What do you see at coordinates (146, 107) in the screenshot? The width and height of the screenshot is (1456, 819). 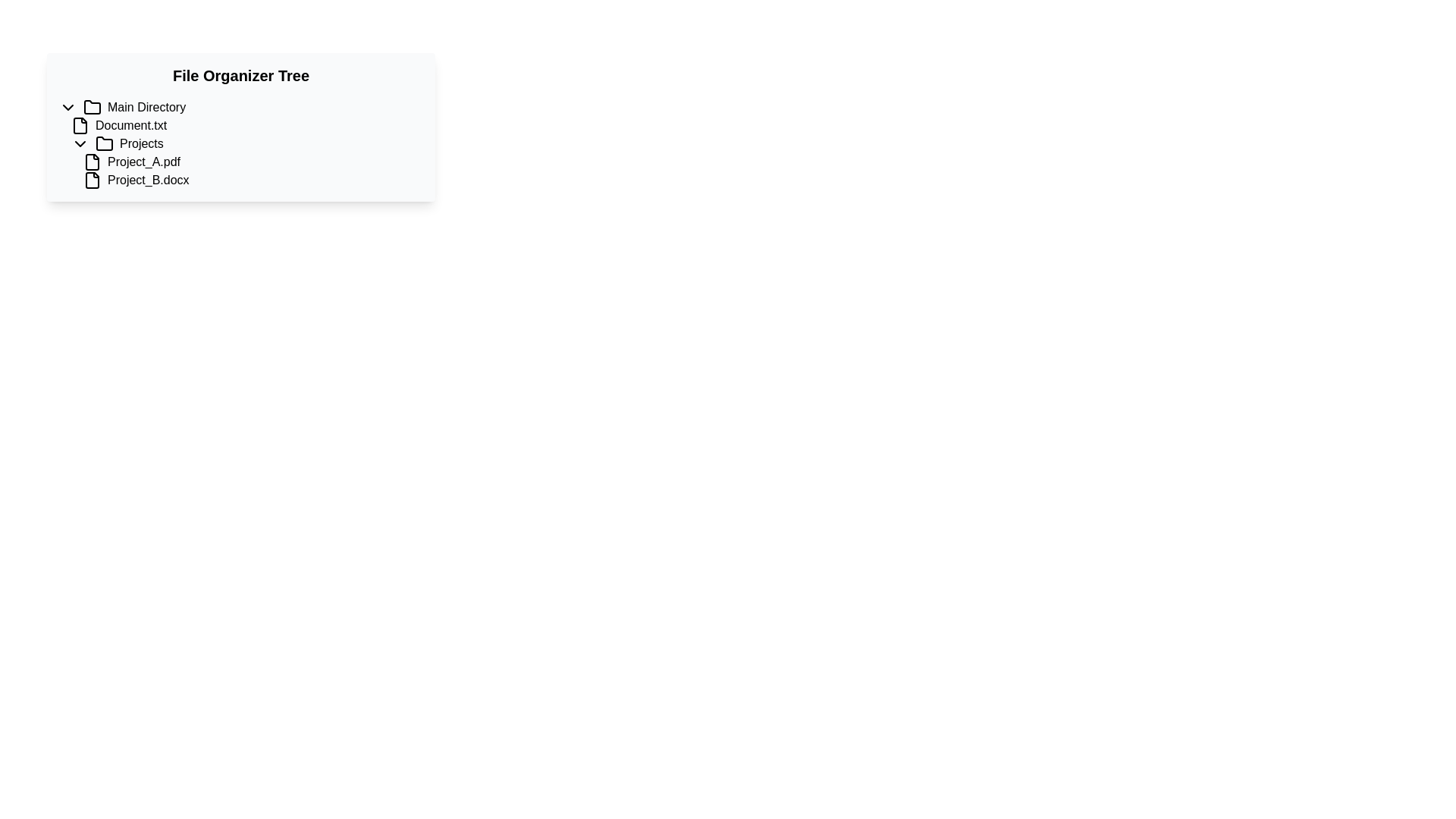 I see `text label displaying 'Main Directory' which is the last item in a horizontal navigation structure, positioned next to a folder icon` at bounding box center [146, 107].